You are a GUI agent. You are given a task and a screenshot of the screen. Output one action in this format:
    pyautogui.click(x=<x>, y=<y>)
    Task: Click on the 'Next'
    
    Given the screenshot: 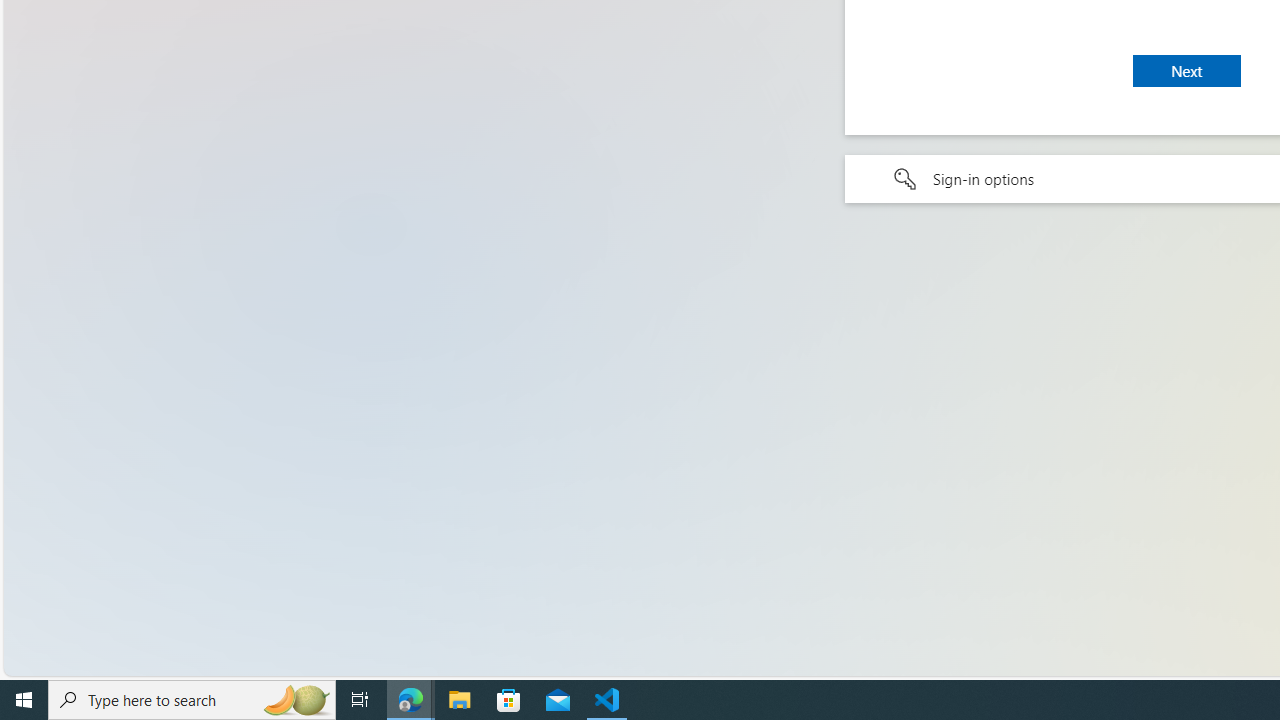 What is the action you would take?
    pyautogui.click(x=1187, y=70)
    